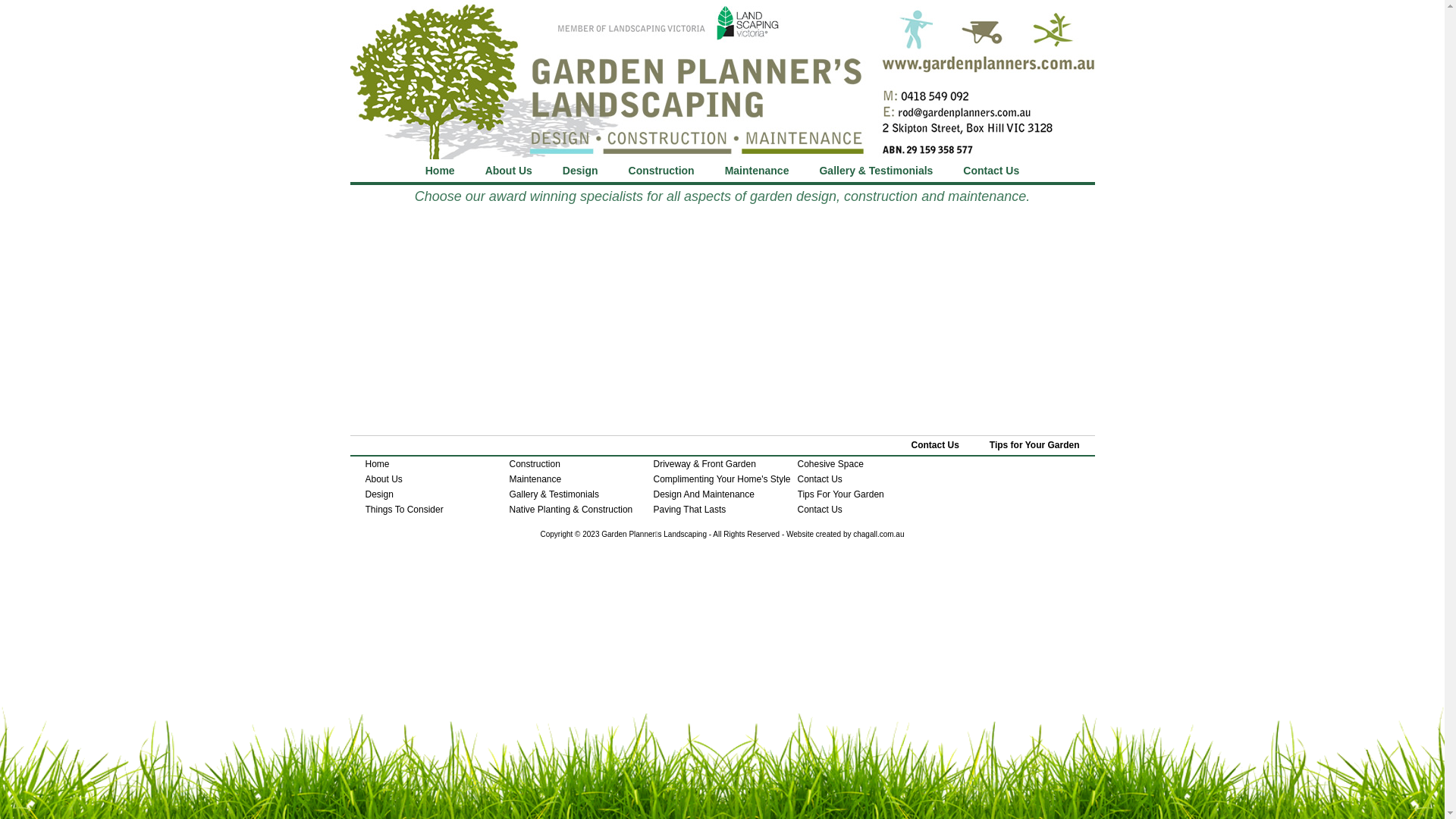 This screenshot has width=1456, height=819. I want to click on 'Design', so click(579, 170).